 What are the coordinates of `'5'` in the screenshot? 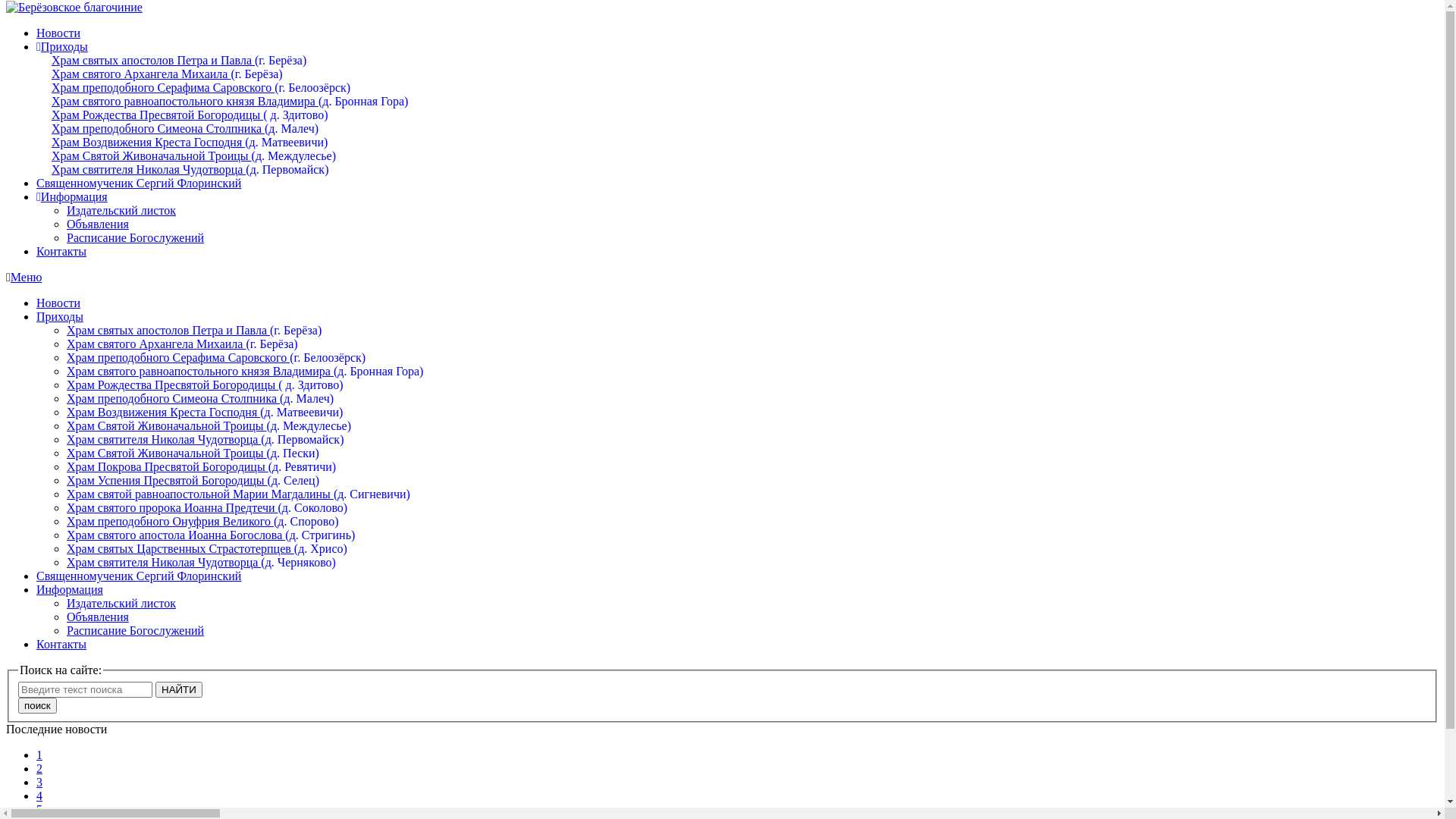 It's located at (39, 808).